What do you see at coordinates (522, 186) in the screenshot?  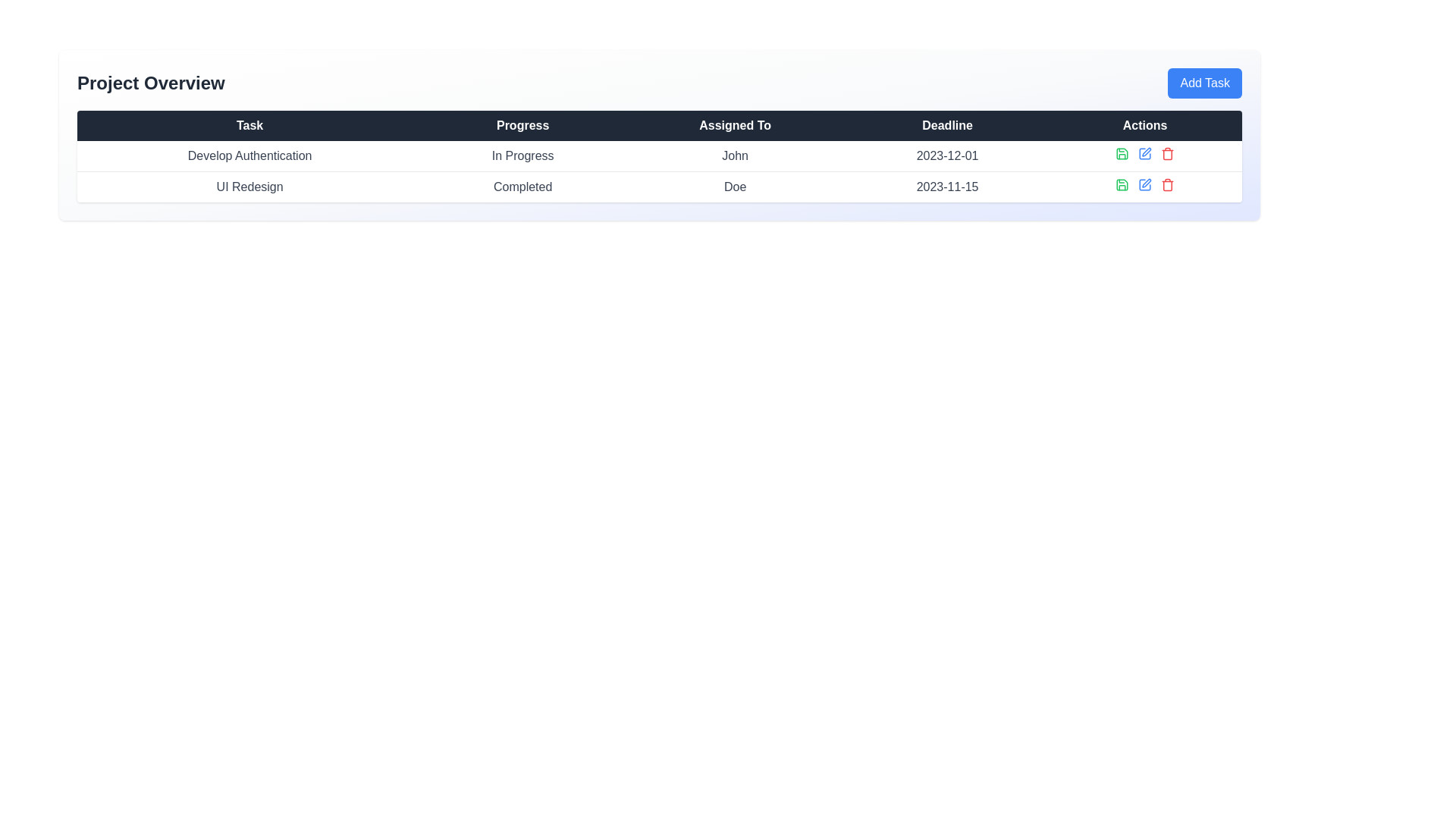 I see `text from the status indicator in the 'Progress' column for the 'UI Redesign' task, located in the second column of the second row of the table` at bounding box center [522, 186].